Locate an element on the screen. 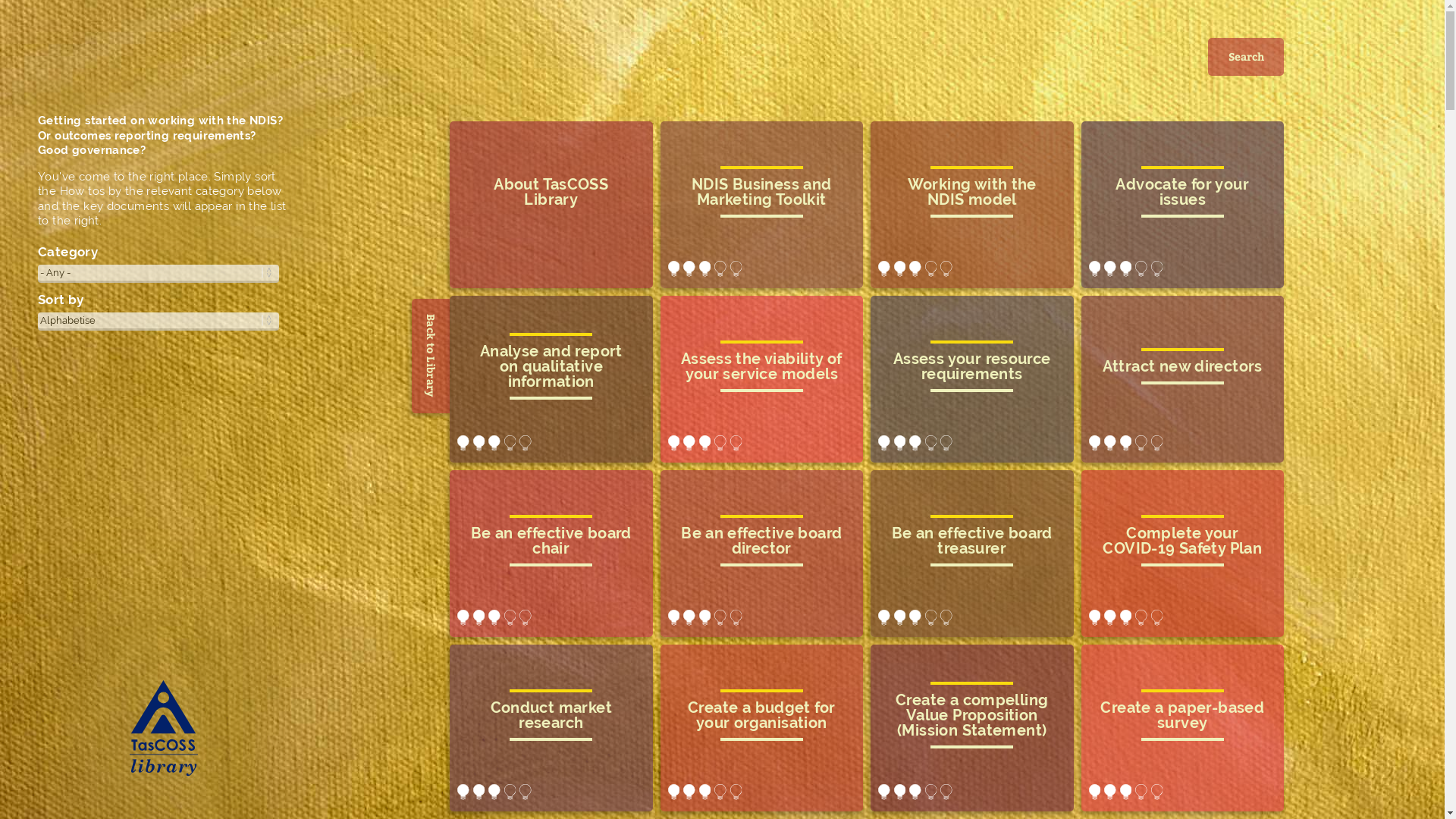 Image resolution: width=1456 pixels, height=819 pixels. 'analyse and report on qualitative information' is located at coordinates (550, 378).